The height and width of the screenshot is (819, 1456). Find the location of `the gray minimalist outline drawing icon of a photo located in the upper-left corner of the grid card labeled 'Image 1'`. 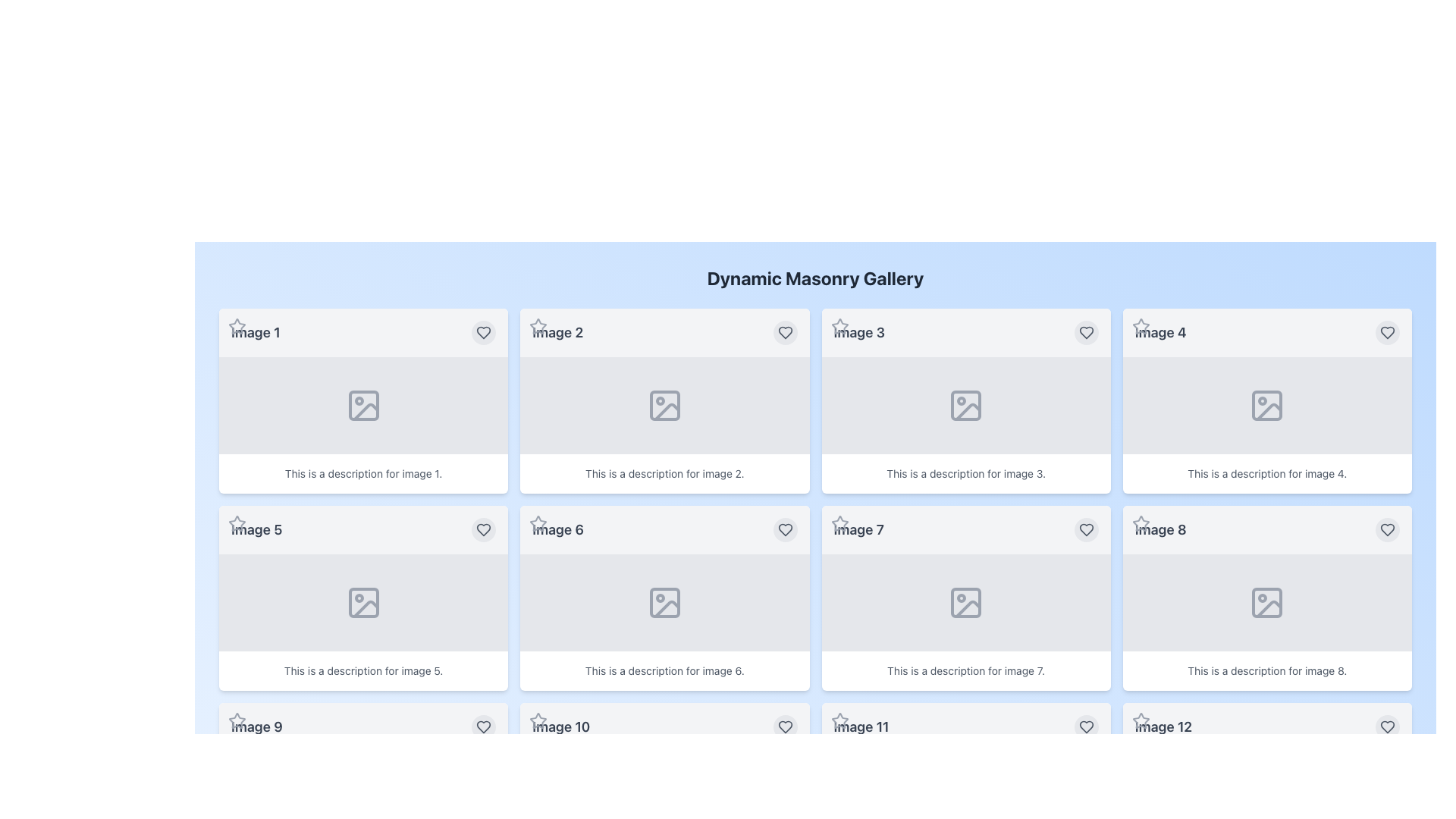

the gray minimalist outline drawing icon of a photo located in the upper-left corner of the grid card labeled 'Image 1' is located at coordinates (362, 405).